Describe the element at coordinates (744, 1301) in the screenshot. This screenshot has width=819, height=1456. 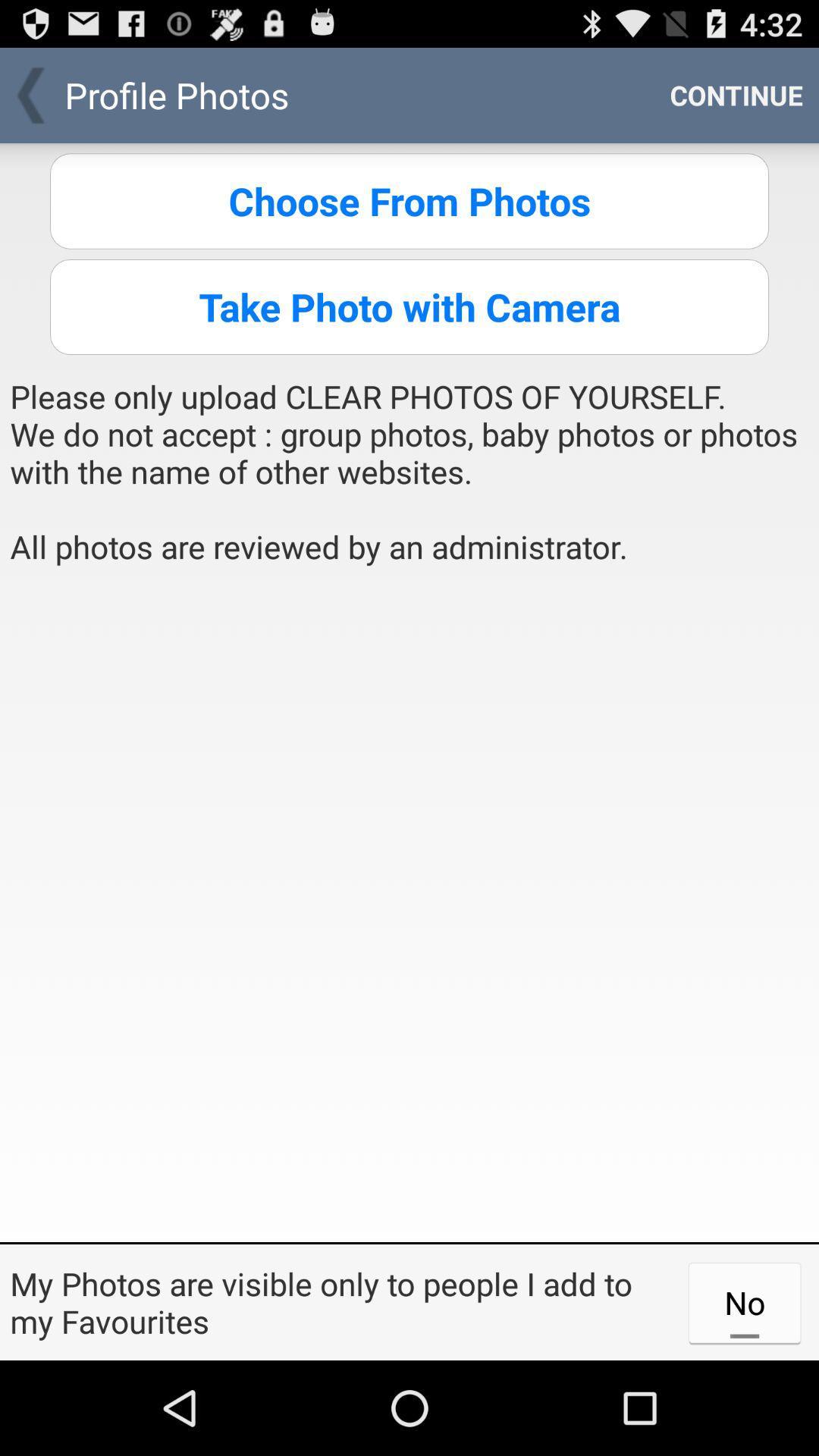
I see `the no icon` at that location.